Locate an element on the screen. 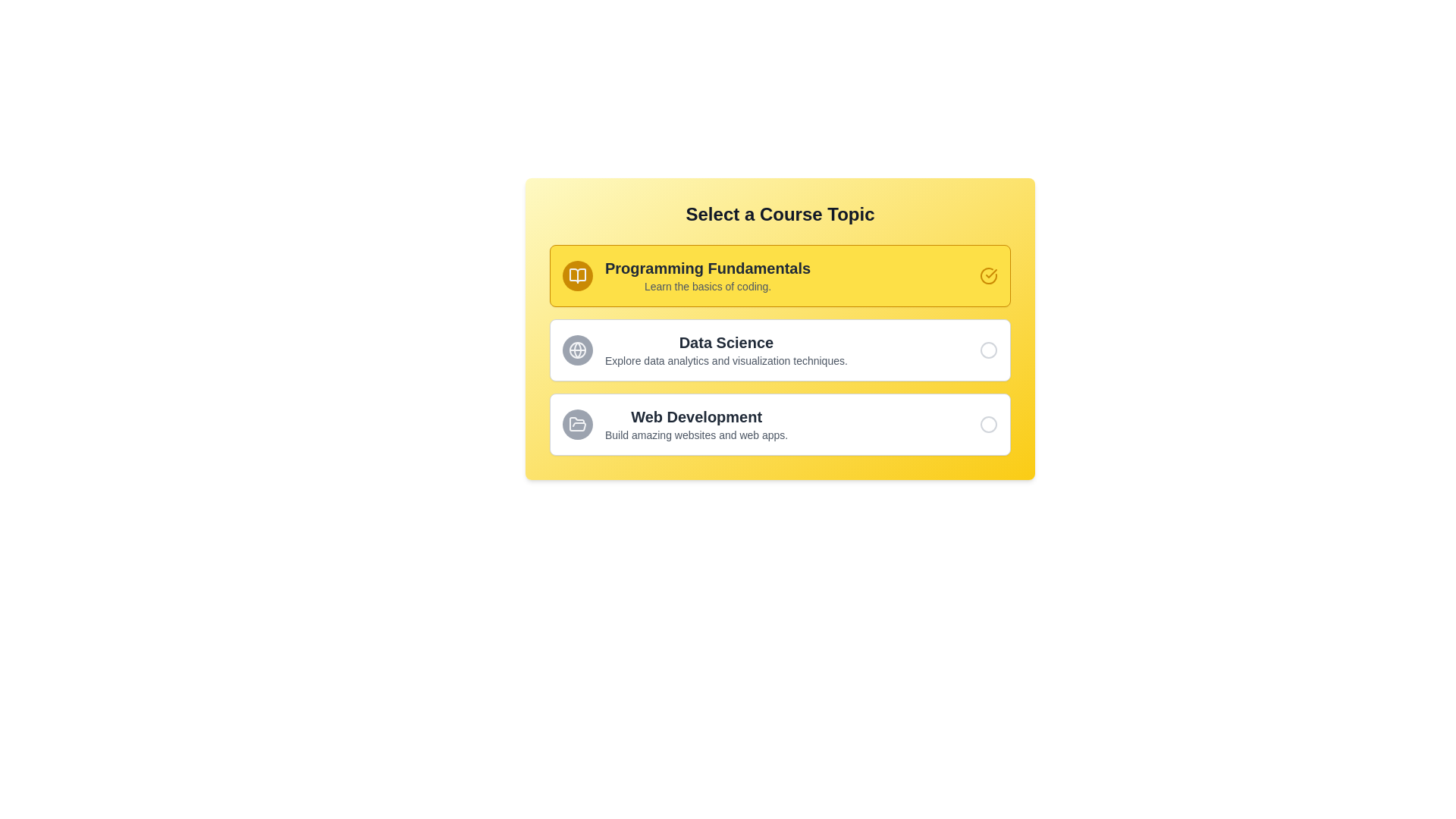 The image size is (1456, 819). the rounded yellow icon with a white book graphic, located on the left-hand side of the 'Programming Fundamentals' section is located at coordinates (577, 275).